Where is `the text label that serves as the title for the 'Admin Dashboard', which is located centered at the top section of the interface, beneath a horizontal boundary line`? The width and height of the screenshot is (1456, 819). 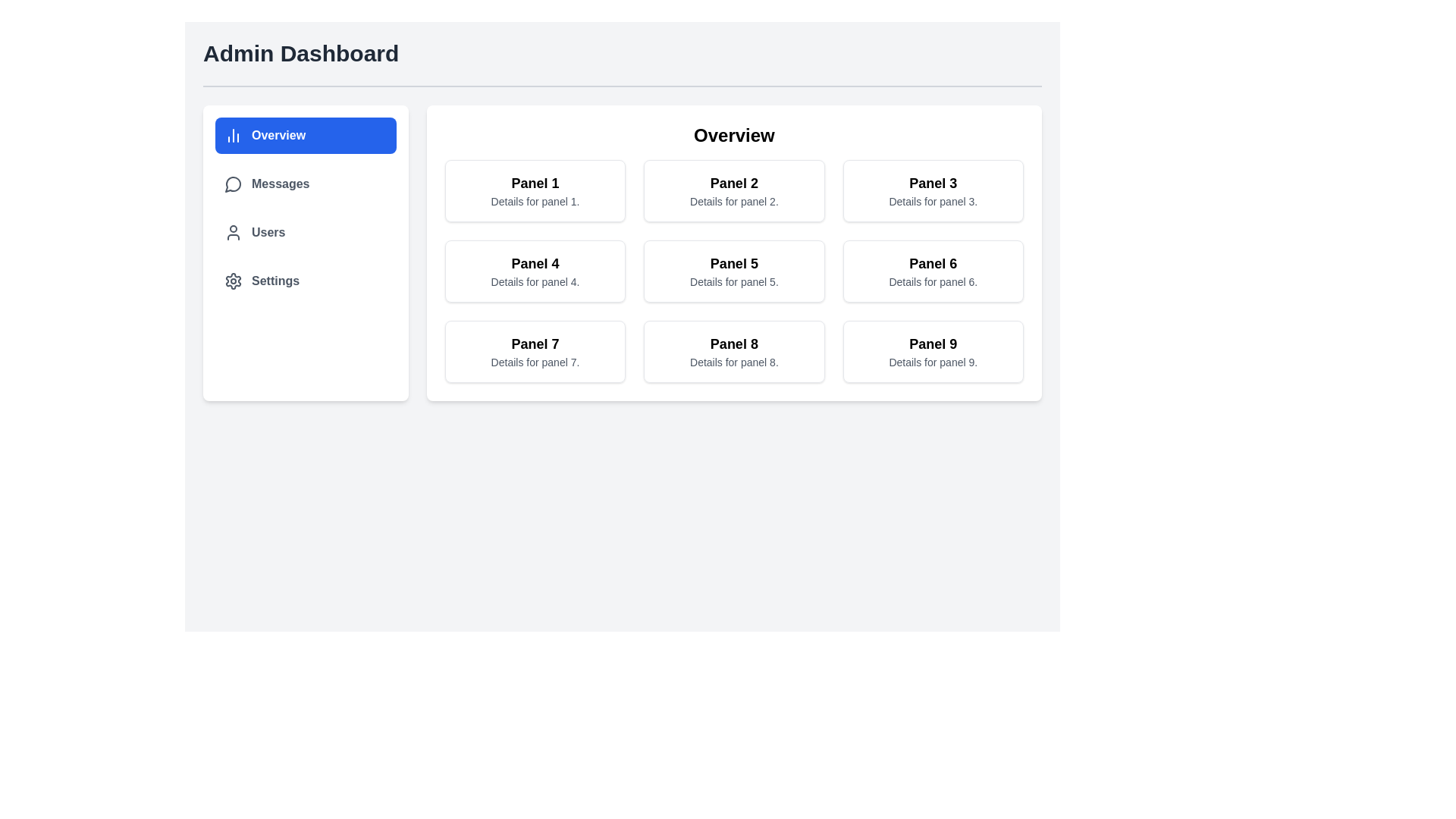
the text label that serves as the title for the 'Admin Dashboard', which is located centered at the top section of the interface, beneath a horizontal boundary line is located at coordinates (301, 52).